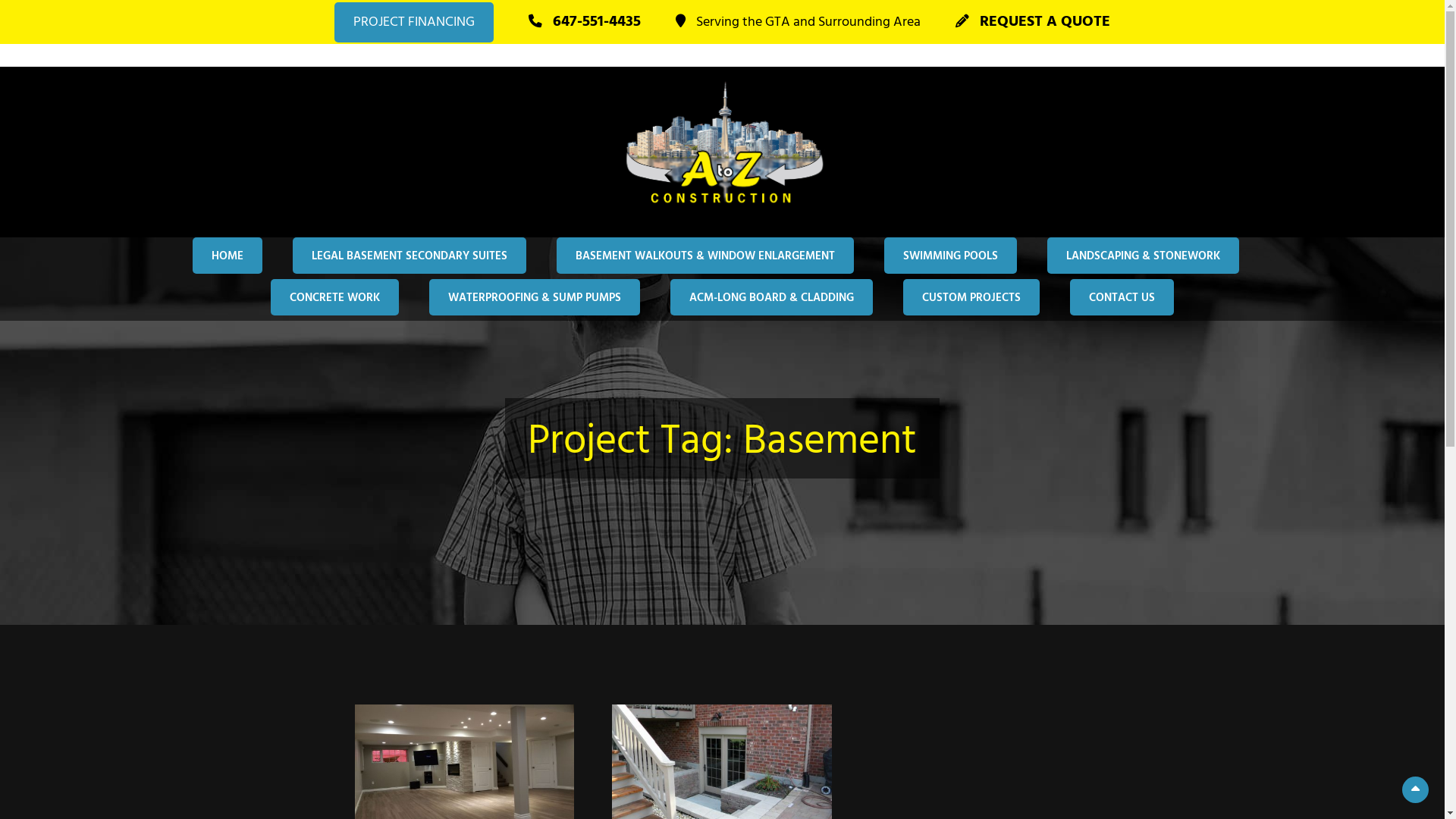 This screenshot has width=1456, height=819. What do you see at coordinates (1122, 297) in the screenshot?
I see `'CONTACT US'` at bounding box center [1122, 297].